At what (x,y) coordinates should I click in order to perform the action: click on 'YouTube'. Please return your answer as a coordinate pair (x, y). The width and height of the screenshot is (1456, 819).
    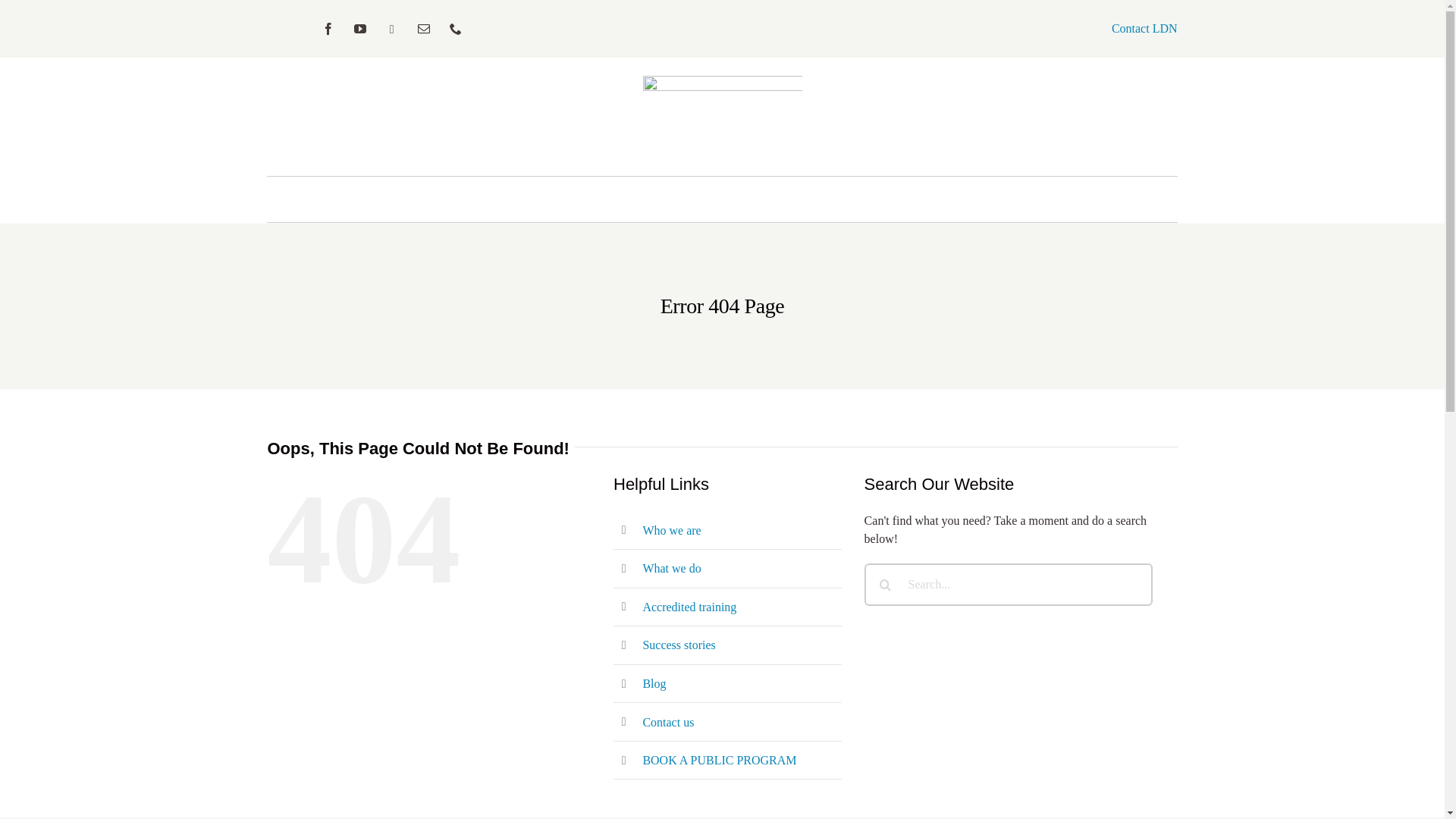
    Looking at the image, I should click on (359, 29).